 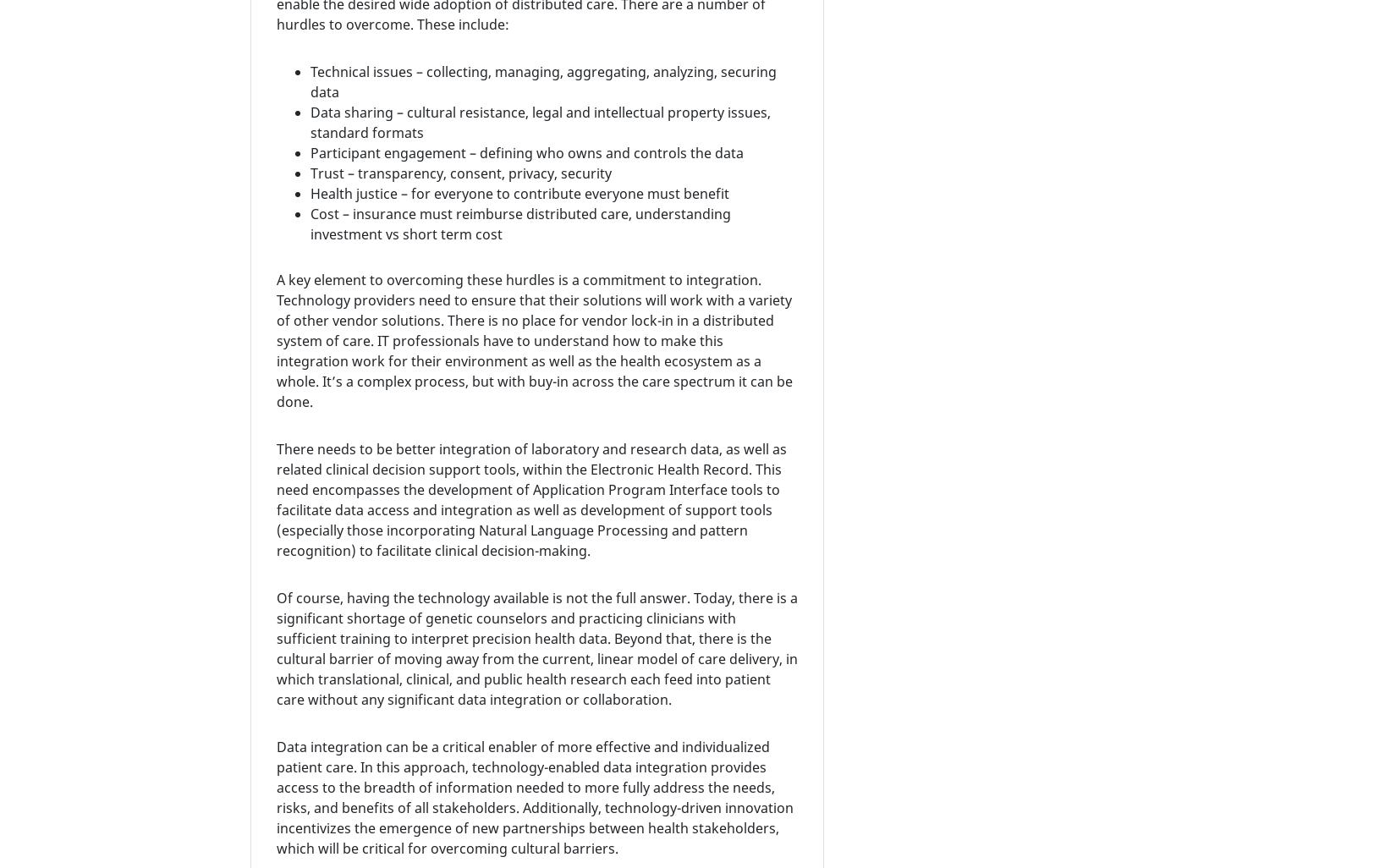 What do you see at coordinates (535, 648) in the screenshot?
I see `'Of course, having the technology available is not the full answer. Today, there is a significant shortage of genetic counselors and practicing clinicians with sufficient training to interpret precision health data. Beyond that, there is the cultural barrier of moving away from the current, linear model of care delivery, in which translational, clinical, and public health research each feed into patient care without any significant data integration or collaboration.'` at bounding box center [535, 648].